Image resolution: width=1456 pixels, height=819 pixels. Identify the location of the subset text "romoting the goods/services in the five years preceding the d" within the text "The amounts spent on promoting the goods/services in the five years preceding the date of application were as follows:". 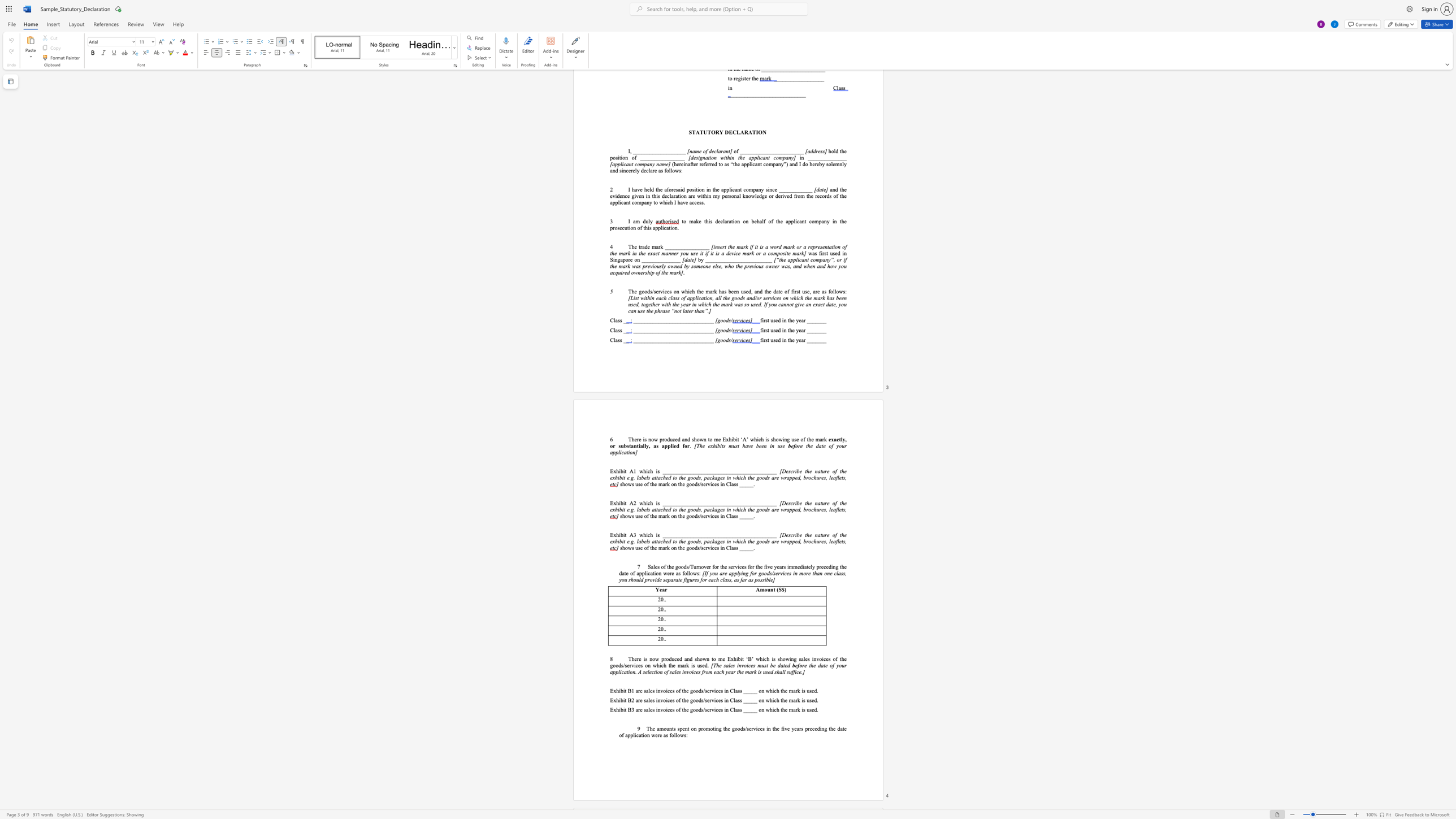
(701, 728).